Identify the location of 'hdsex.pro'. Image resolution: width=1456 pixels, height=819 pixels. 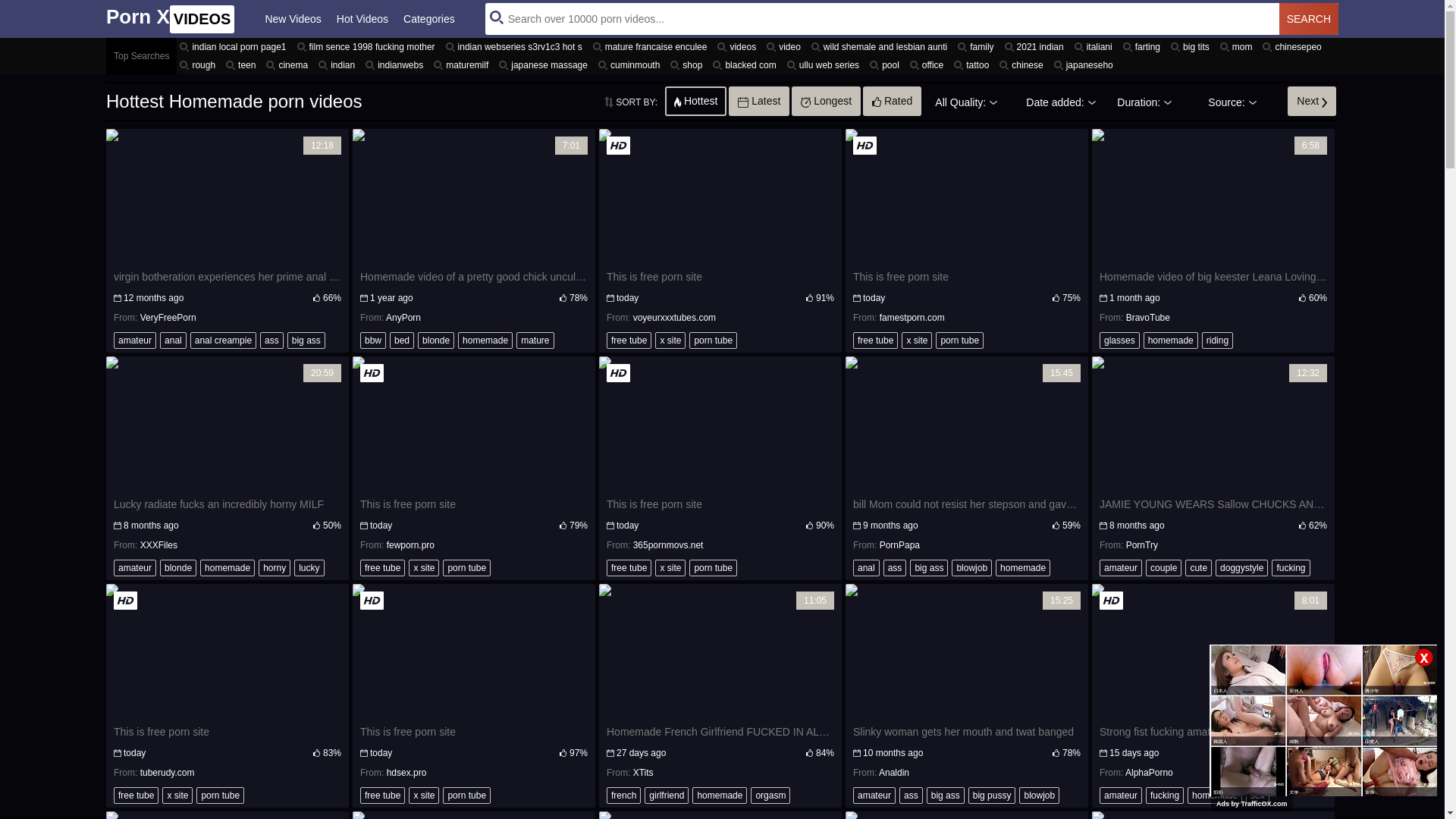
(406, 772).